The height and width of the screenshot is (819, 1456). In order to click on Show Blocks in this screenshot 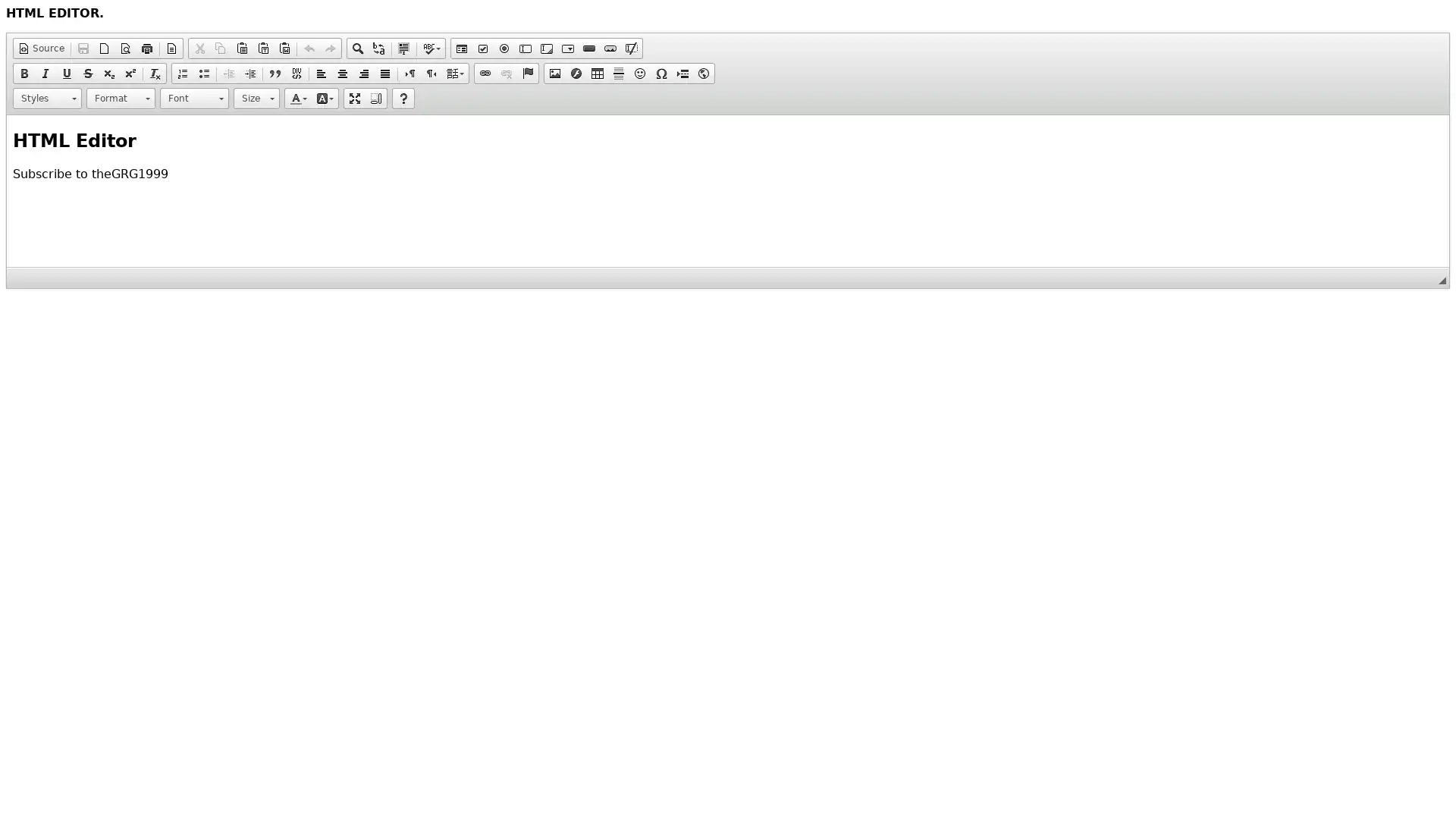, I will do `click(375, 99)`.